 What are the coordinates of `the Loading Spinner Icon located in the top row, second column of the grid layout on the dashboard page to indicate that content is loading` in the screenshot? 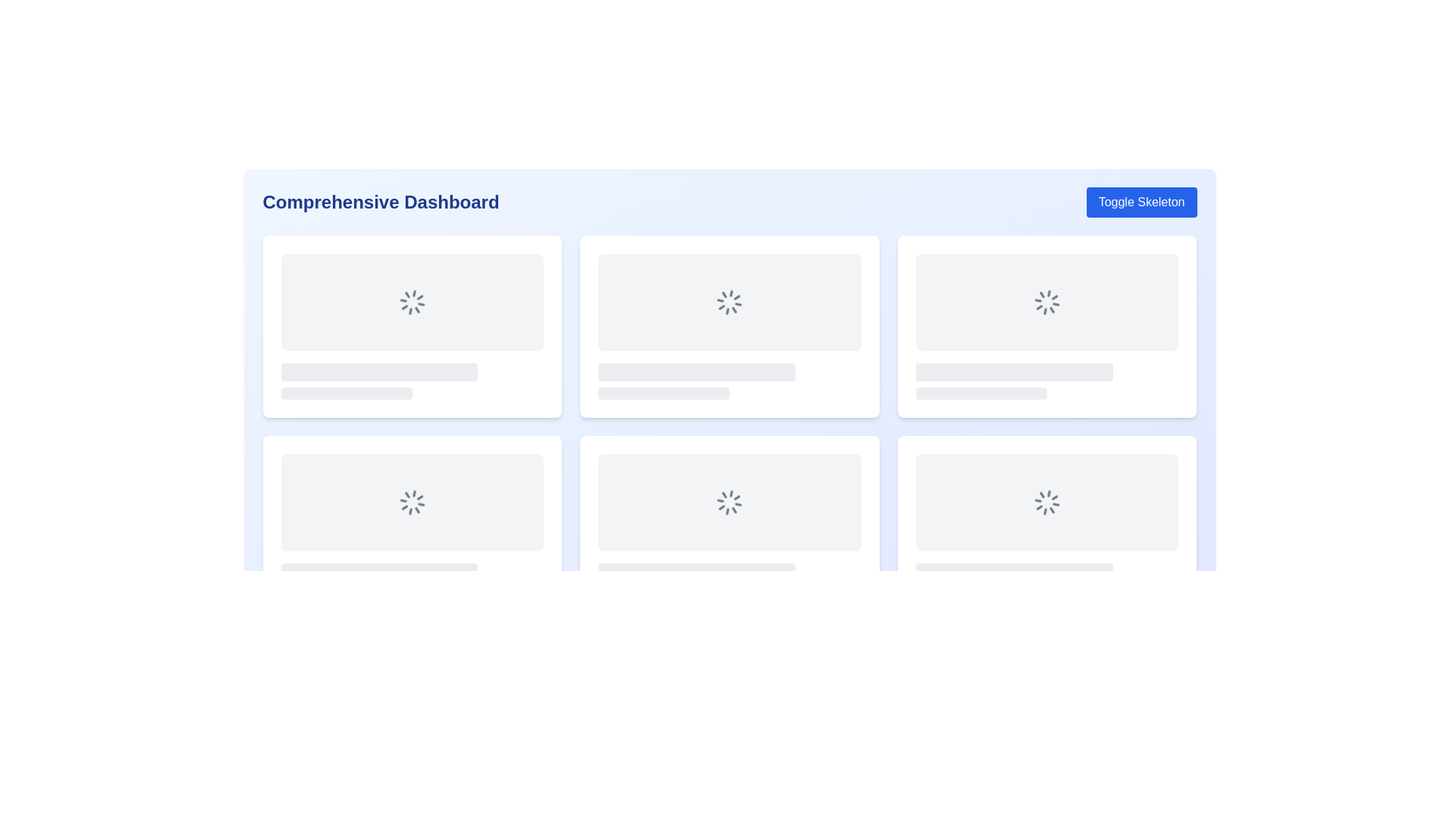 It's located at (730, 302).